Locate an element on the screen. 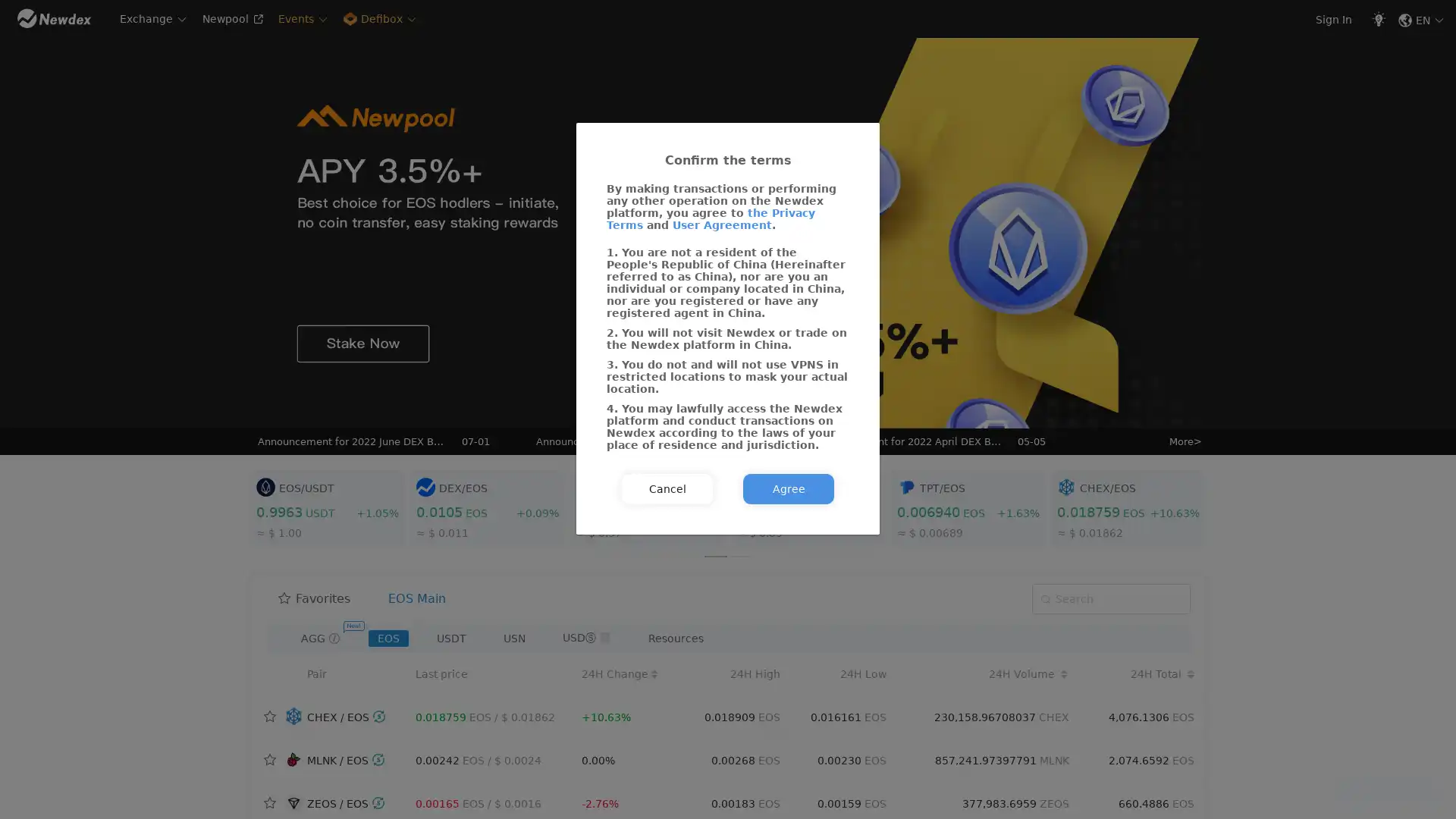  Events is located at coordinates (303, 18).